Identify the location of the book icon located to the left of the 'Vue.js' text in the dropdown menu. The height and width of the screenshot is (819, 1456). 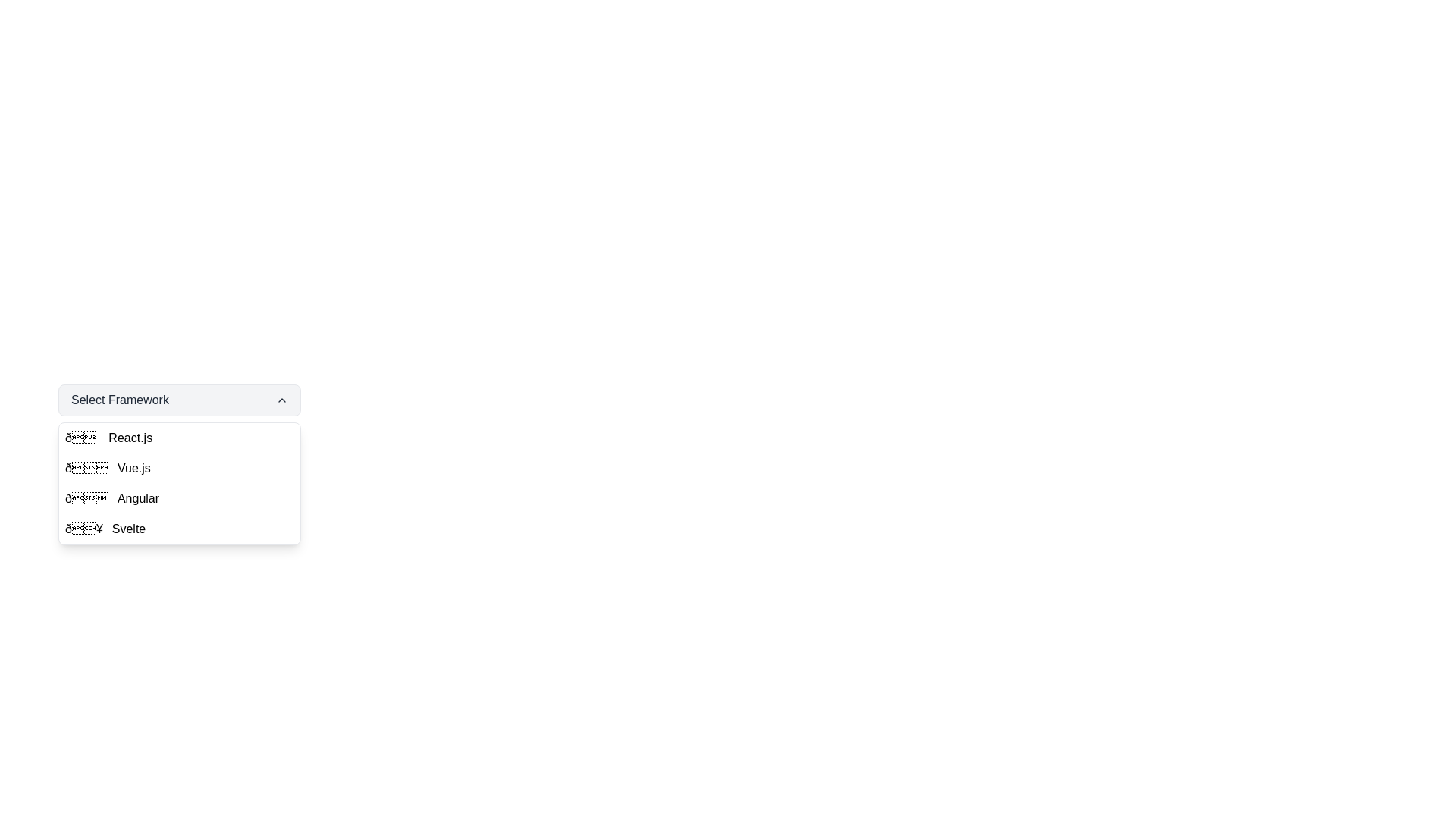
(86, 467).